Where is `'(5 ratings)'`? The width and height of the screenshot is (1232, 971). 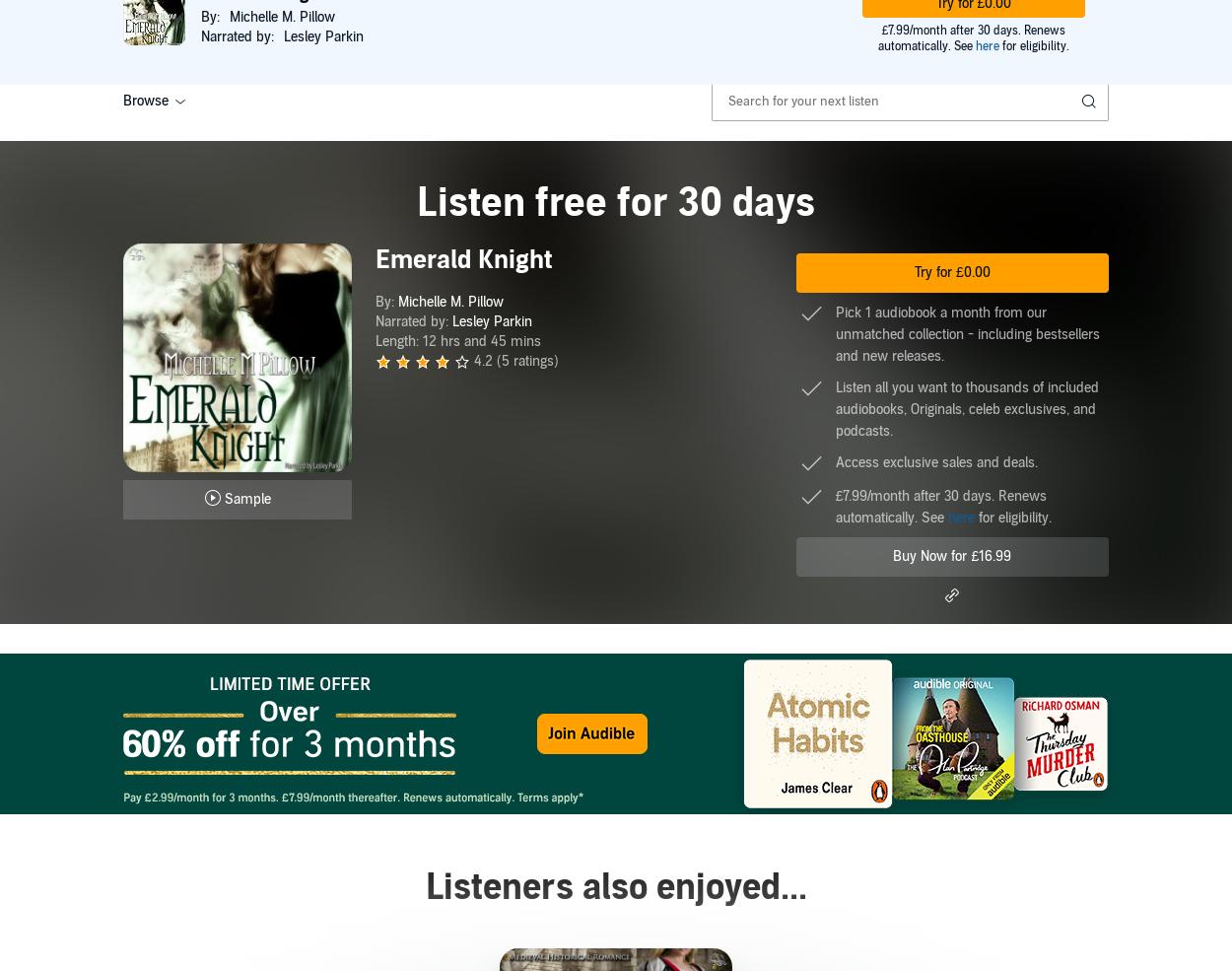 '(5 ratings)' is located at coordinates (527, 361).